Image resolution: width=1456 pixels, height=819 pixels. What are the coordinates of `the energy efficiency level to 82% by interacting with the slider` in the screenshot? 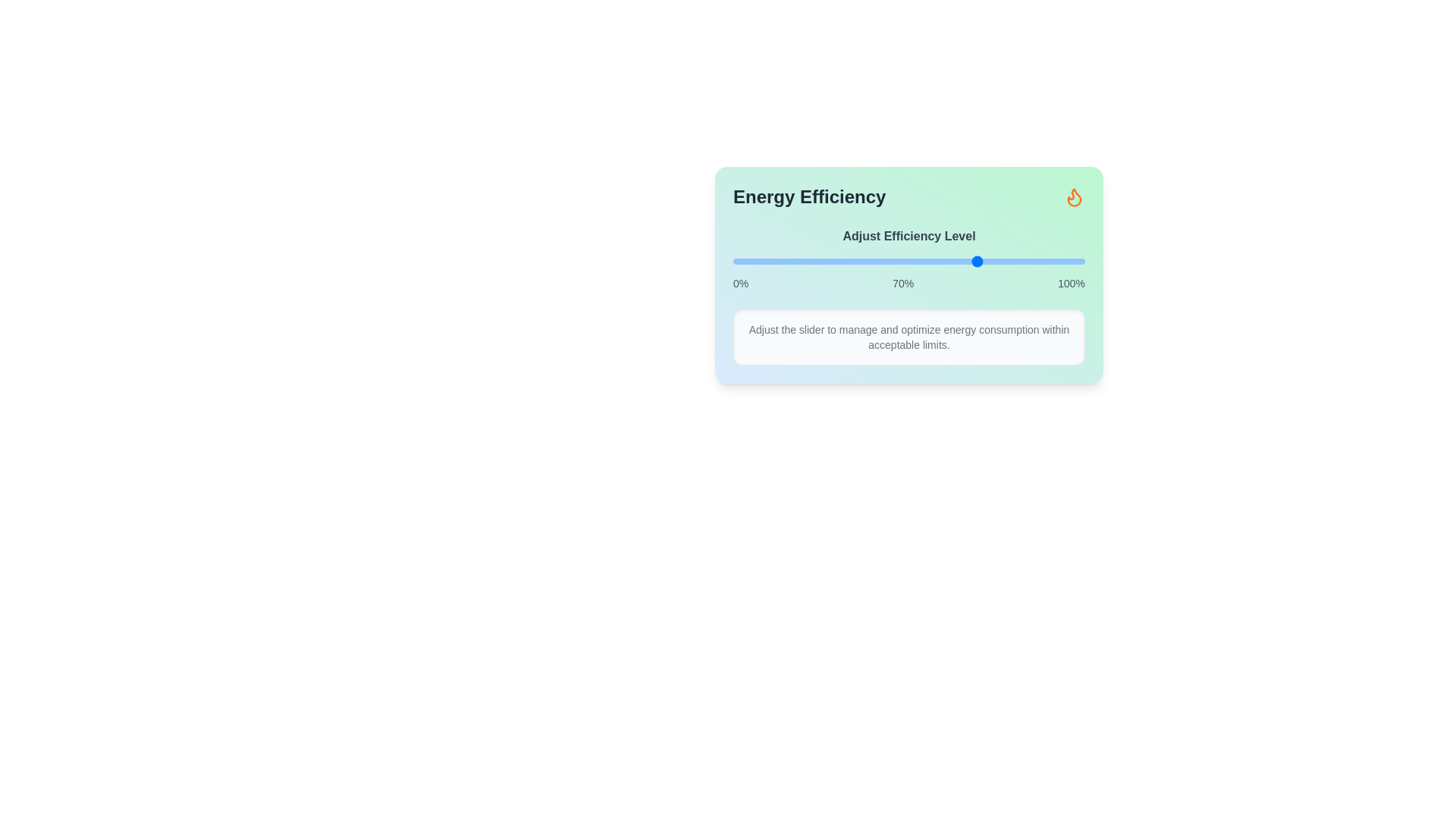 It's located at (1021, 260).